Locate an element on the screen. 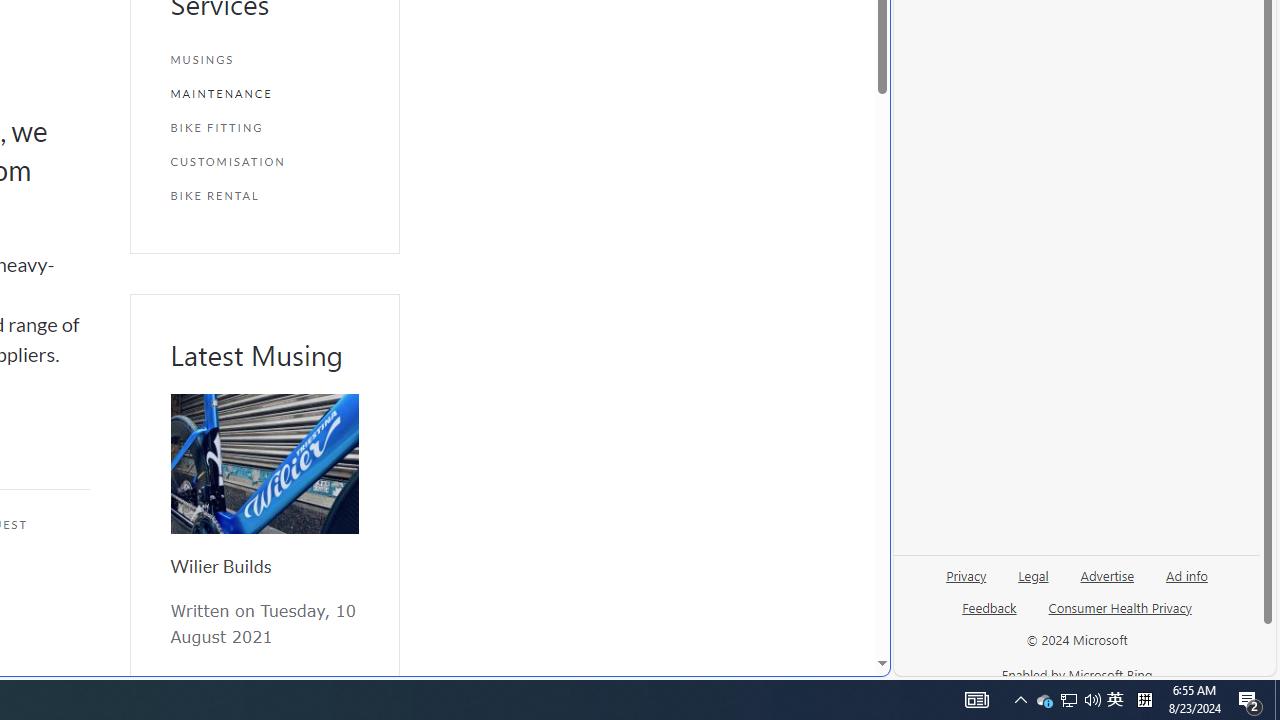 The height and width of the screenshot is (720, 1280). 'Wilier Builds' is located at coordinates (263, 464).